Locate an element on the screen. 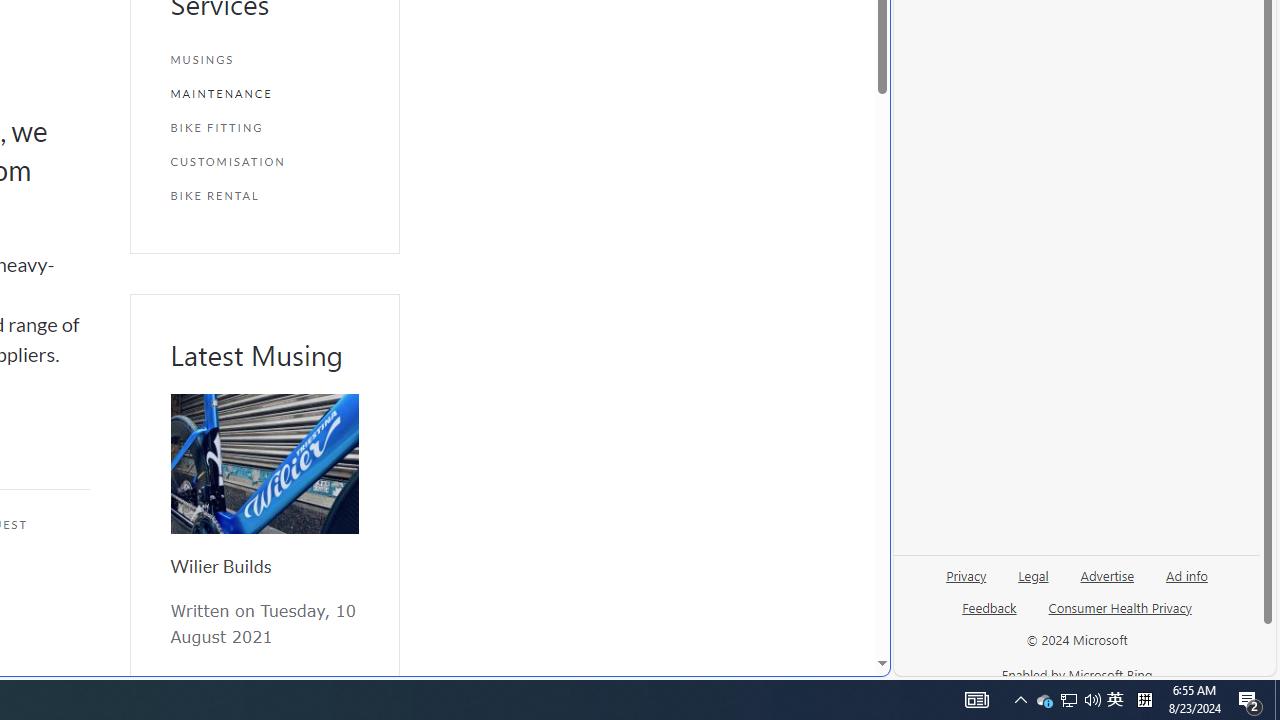 The height and width of the screenshot is (720, 1280). 'Wilier Builds' is located at coordinates (263, 464).